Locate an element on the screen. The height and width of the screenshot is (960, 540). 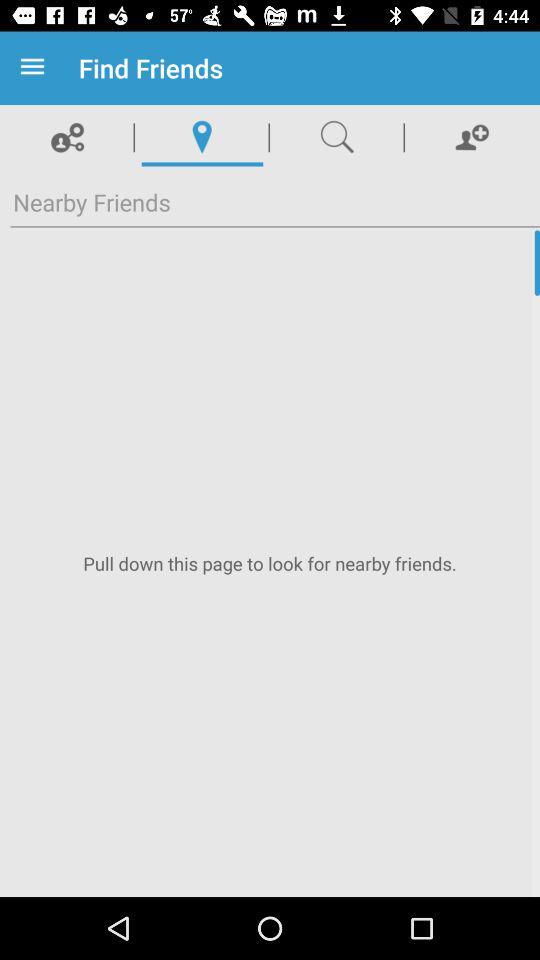
app to the left of the find friends app is located at coordinates (36, 68).